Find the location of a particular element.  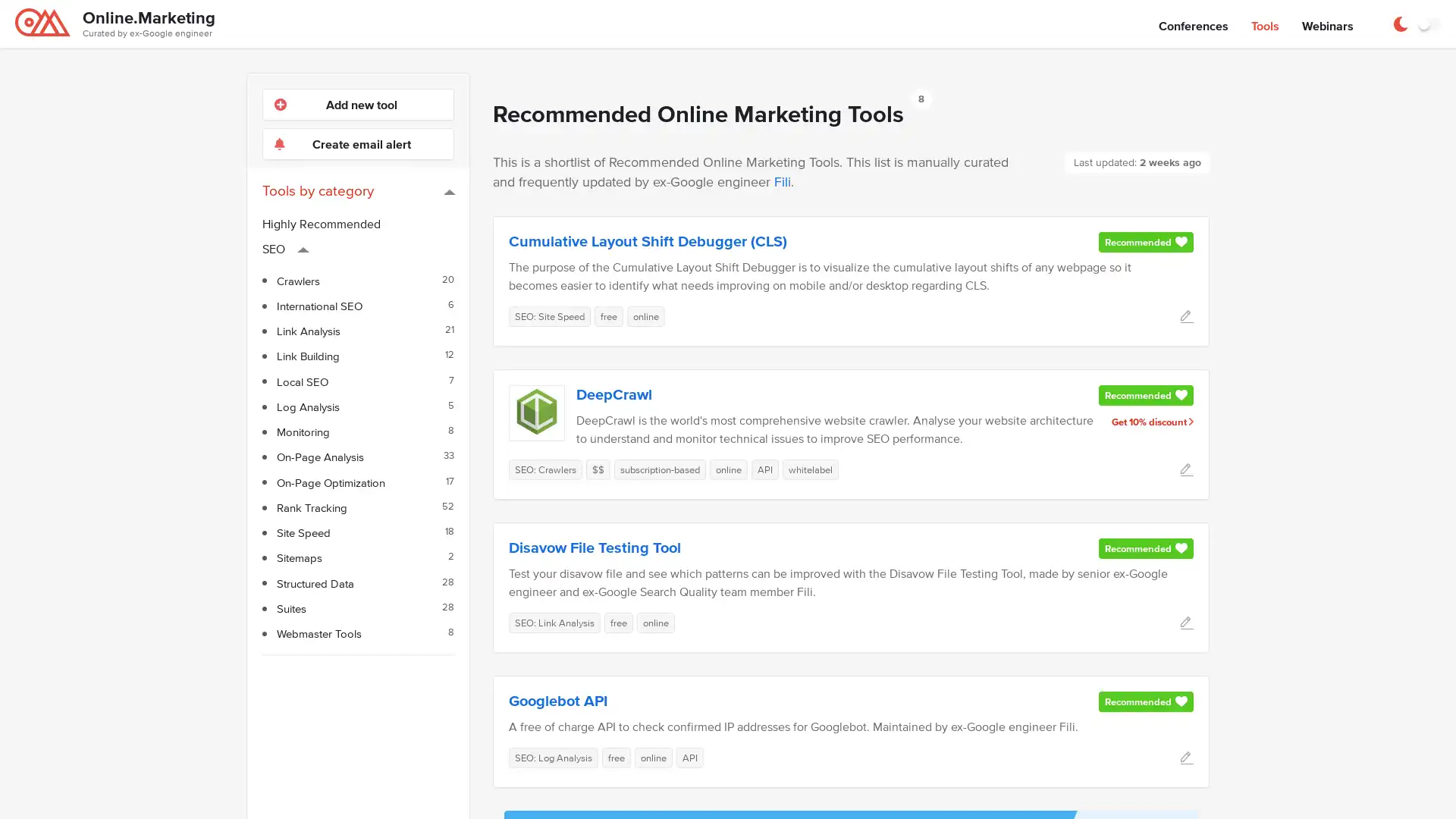

online is located at coordinates (645, 315).